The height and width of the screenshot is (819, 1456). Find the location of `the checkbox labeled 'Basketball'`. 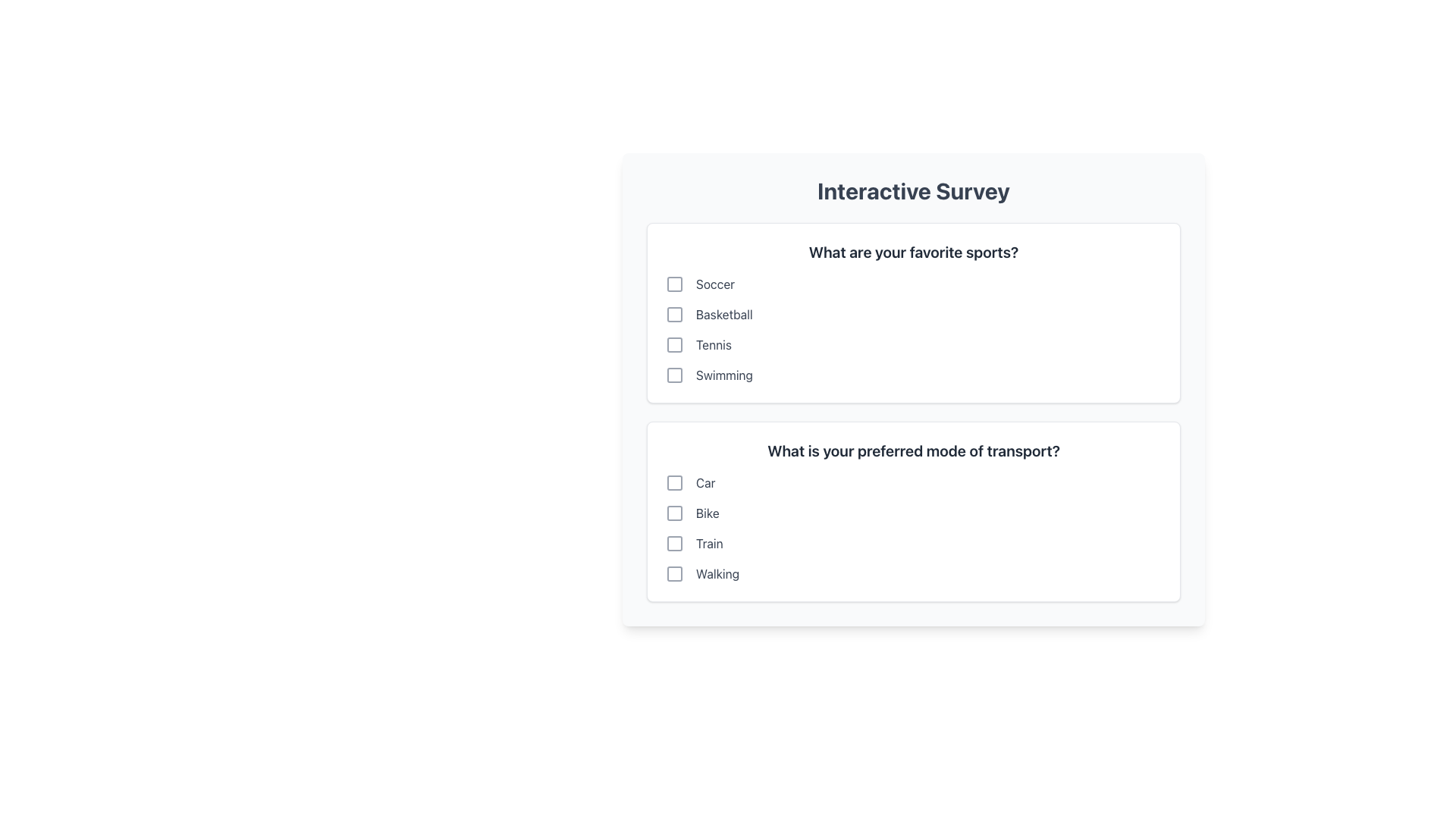

the checkbox labeled 'Basketball' is located at coordinates (912, 314).